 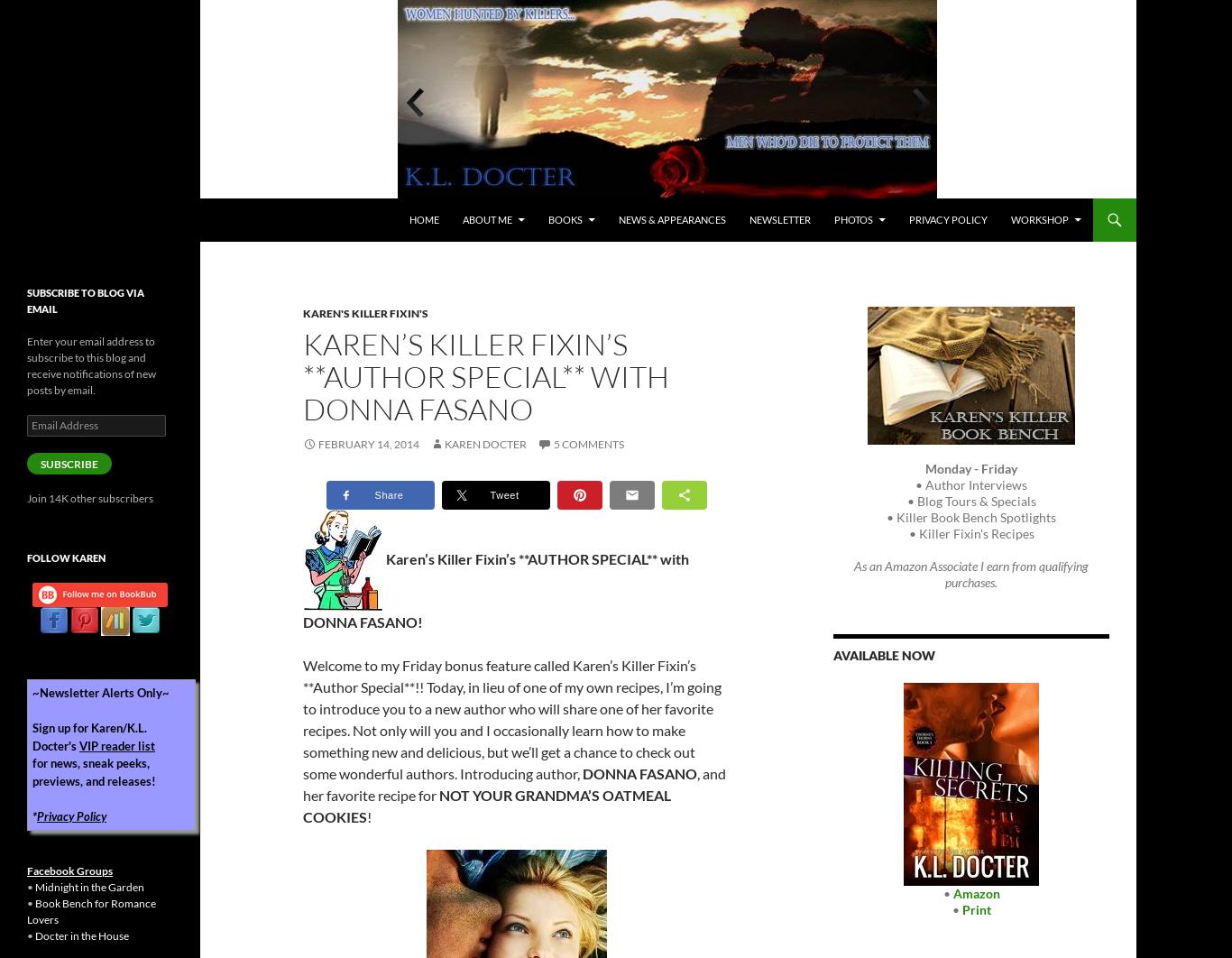 I want to click on 'About Me', so click(x=487, y=219).